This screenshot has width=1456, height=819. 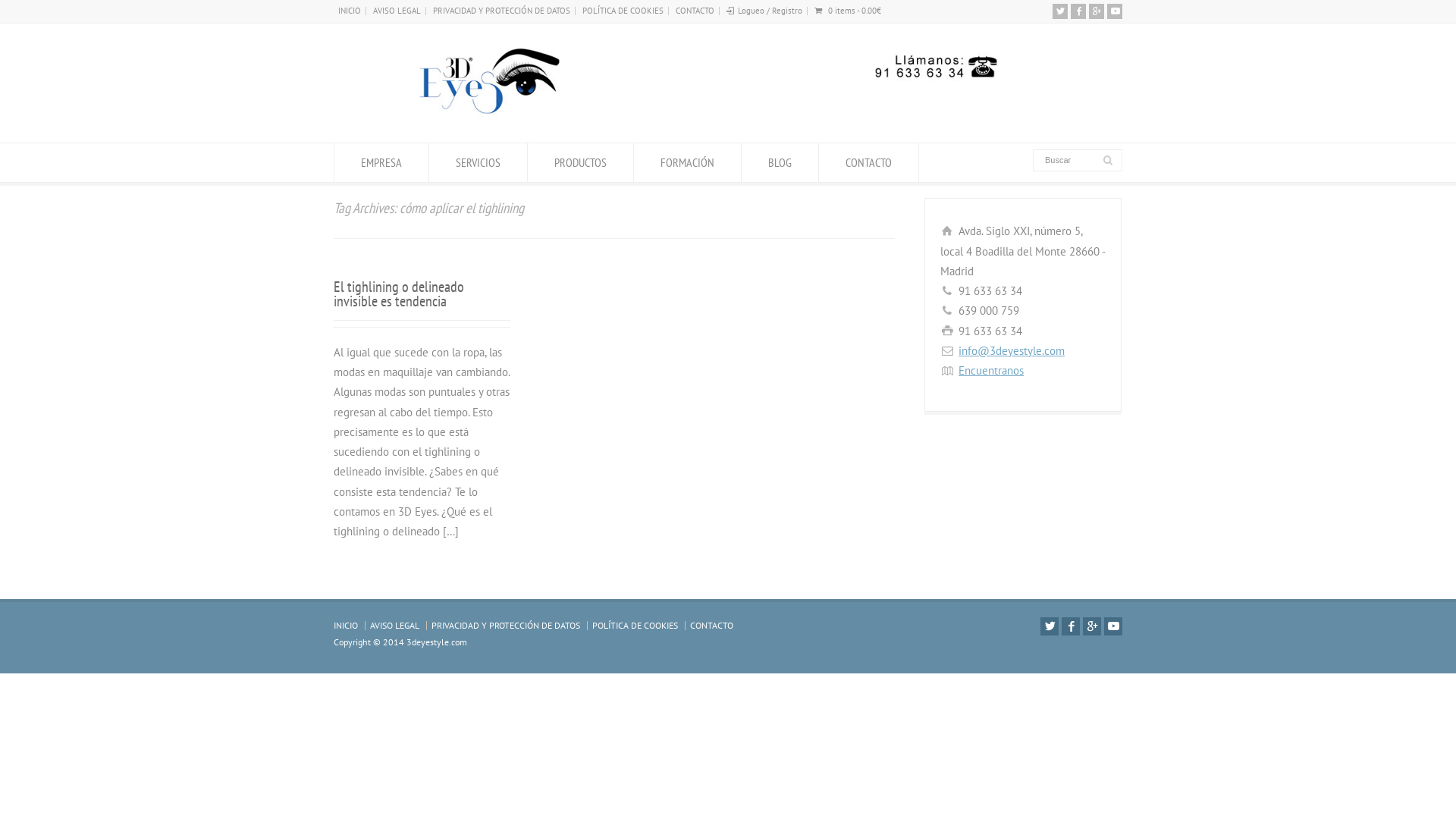 What do you see at coordinates (1059, 11) in the screenshot?
I see `'Twitter'` at bounding box center [1059, 11].